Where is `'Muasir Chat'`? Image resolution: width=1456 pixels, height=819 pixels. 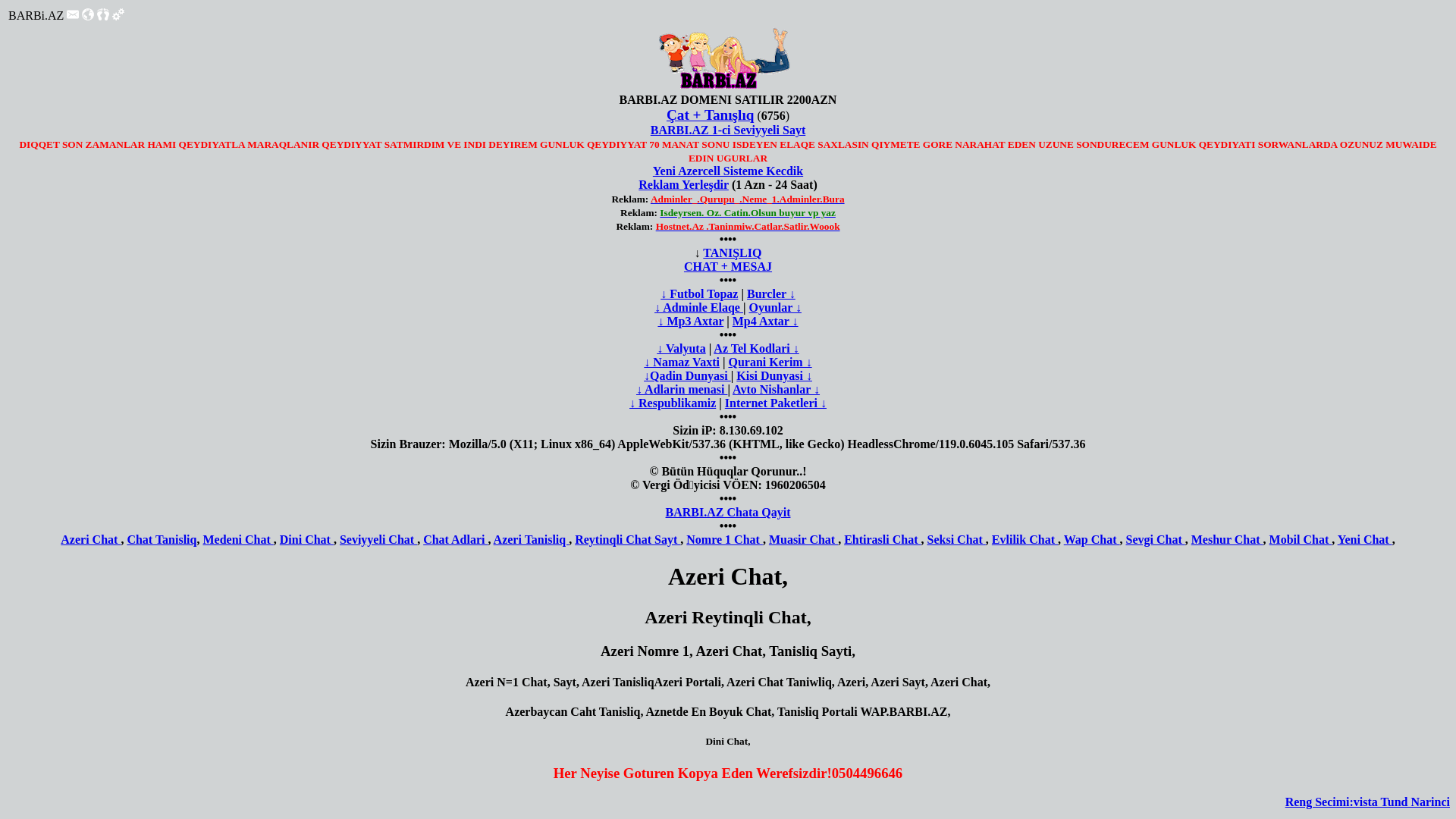
'Muasir Chat' is located at coordinates (768, 538).